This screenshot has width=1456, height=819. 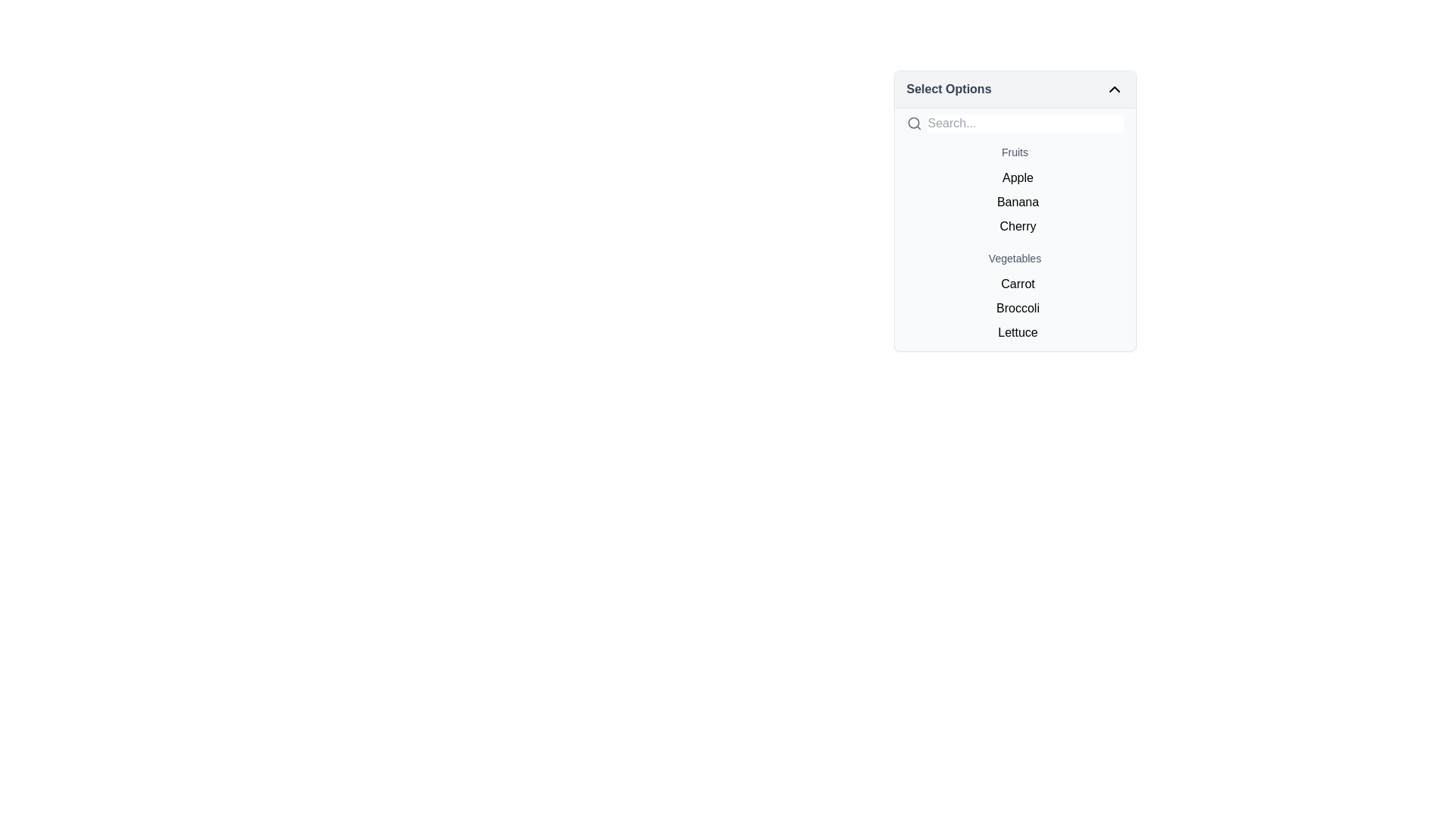 I want to click on text label 'Vegetables' which is displayed in a medium gray font, centered horizontally above the list of items including 'Carrot,' 'Broccoli,' and 'Lettuce.', so click(x=1015, y=257).